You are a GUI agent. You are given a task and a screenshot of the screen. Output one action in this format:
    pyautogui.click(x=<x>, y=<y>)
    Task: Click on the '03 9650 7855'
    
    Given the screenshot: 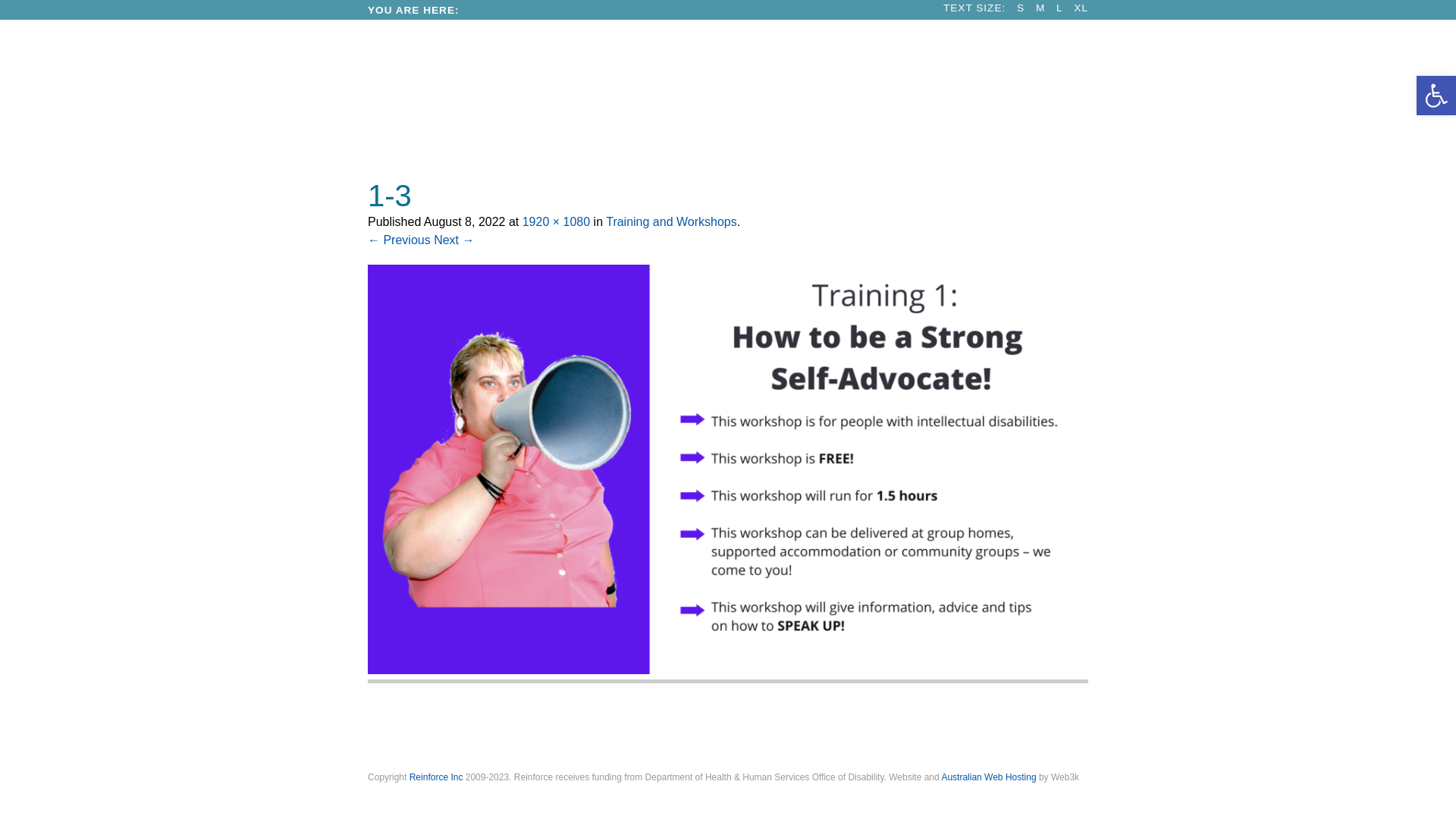 What is the action you would take?
    pyautogui.click(x=483, y=731)
    